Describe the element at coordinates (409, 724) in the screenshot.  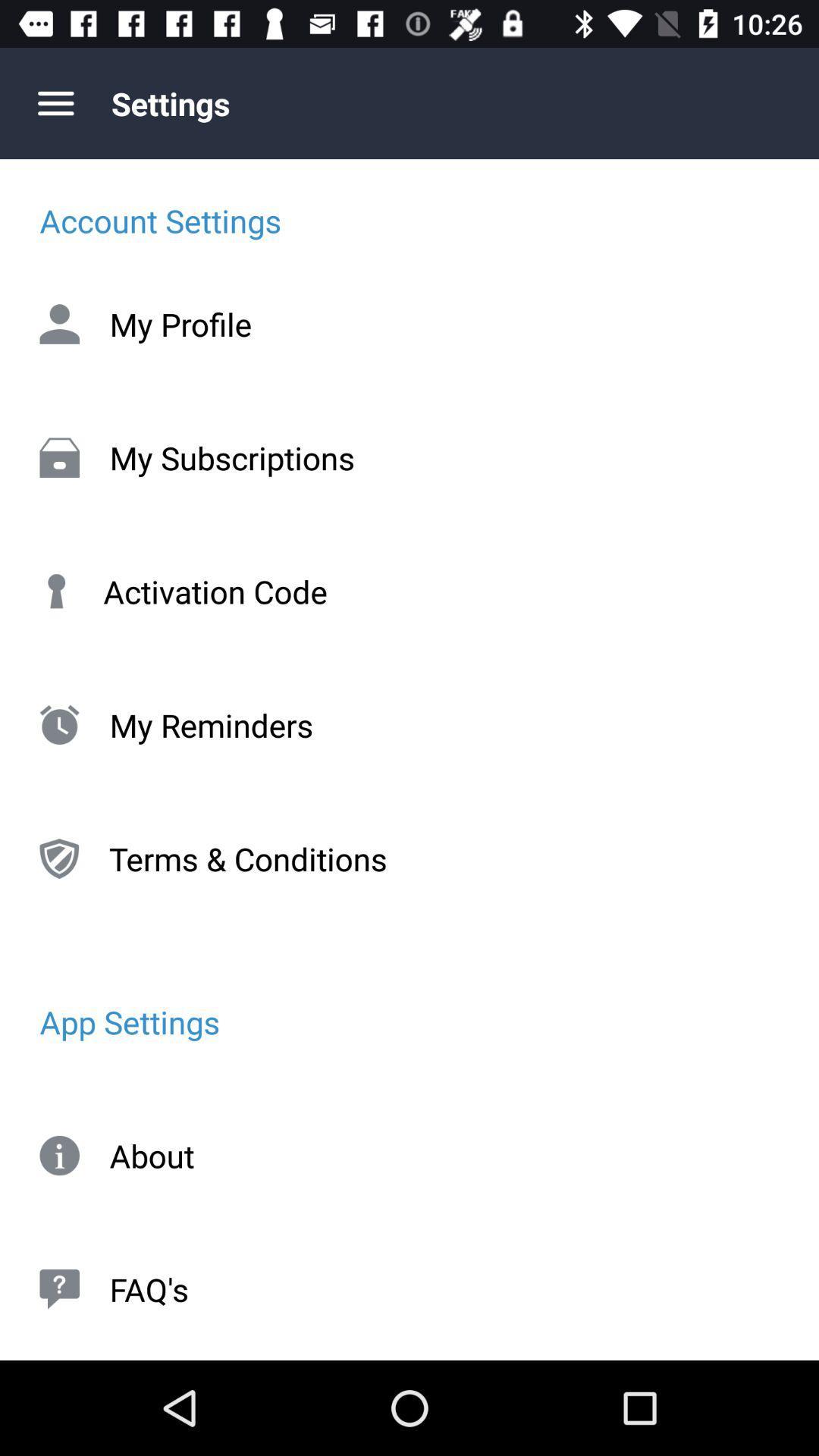
I see `my reminders item` at that location.